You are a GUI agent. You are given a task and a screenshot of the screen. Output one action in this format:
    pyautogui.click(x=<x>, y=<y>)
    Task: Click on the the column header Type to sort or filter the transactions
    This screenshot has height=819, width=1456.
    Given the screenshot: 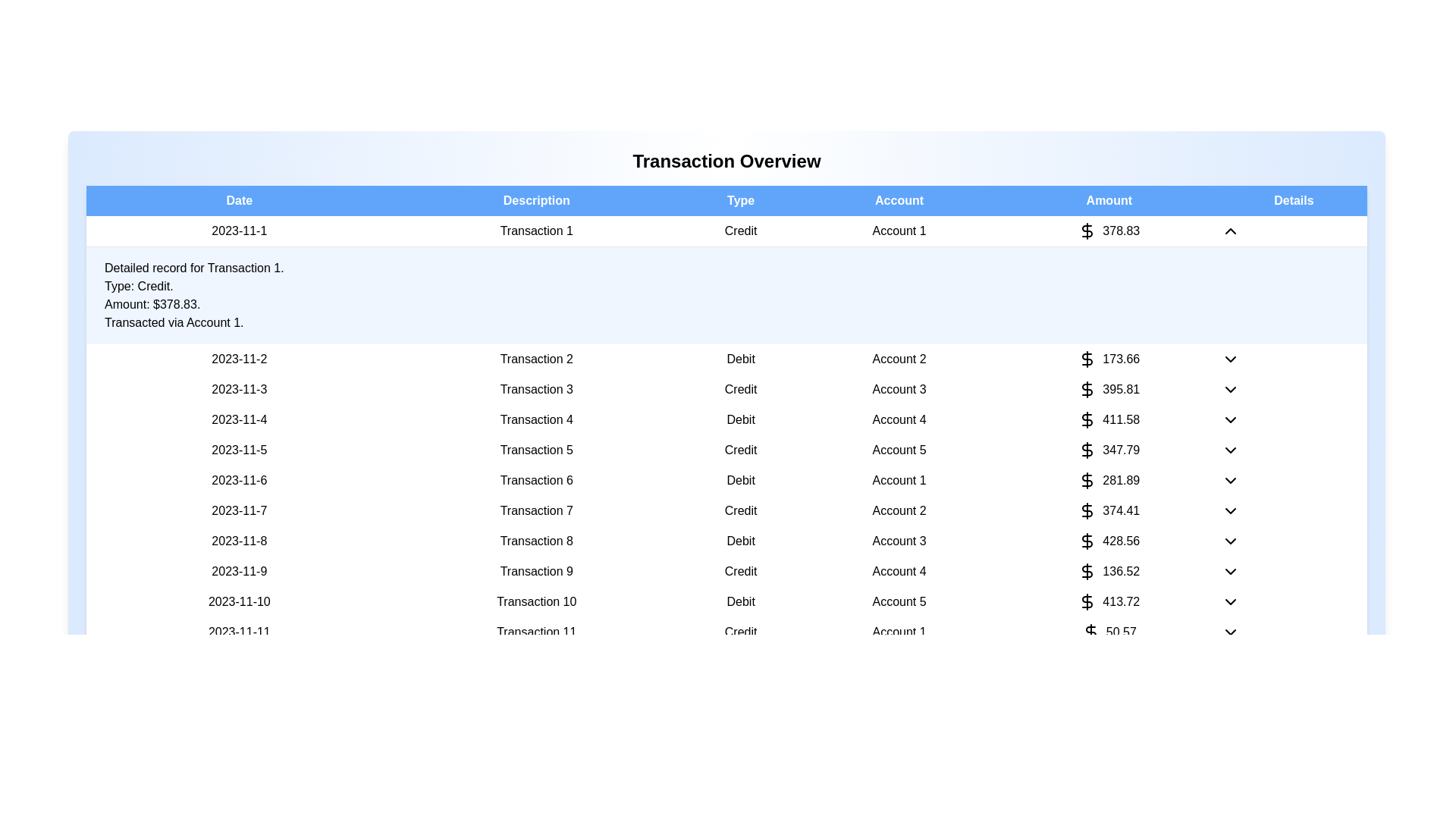 What is the action you would take?
    pyautogui.click(x=741, y=200)
    